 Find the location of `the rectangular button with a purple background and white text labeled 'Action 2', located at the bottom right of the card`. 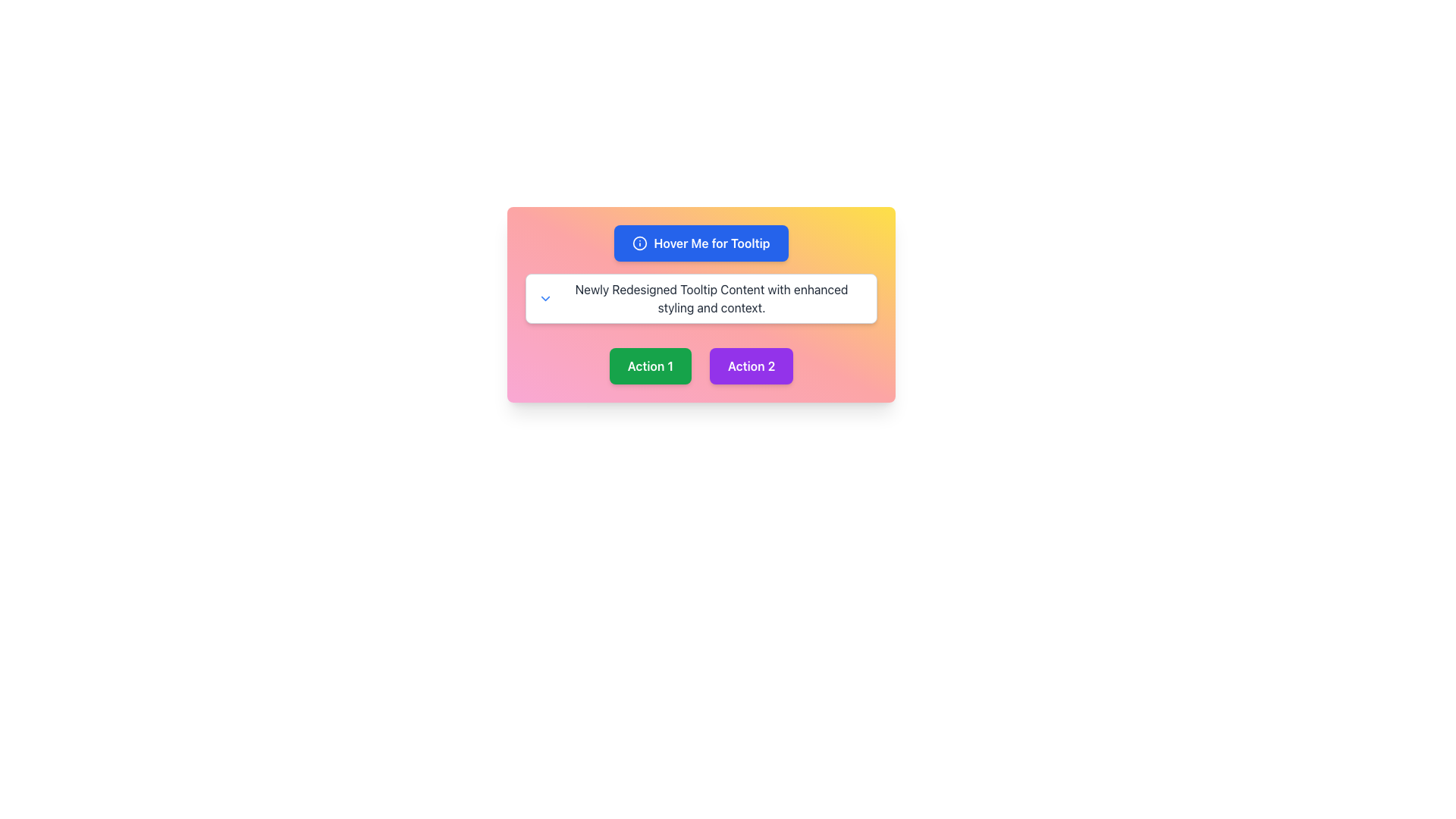

the rectangular button with a purple background and white text labeled 'Action 2', located at the bottom right of the card is located at coordinates (751, 366).